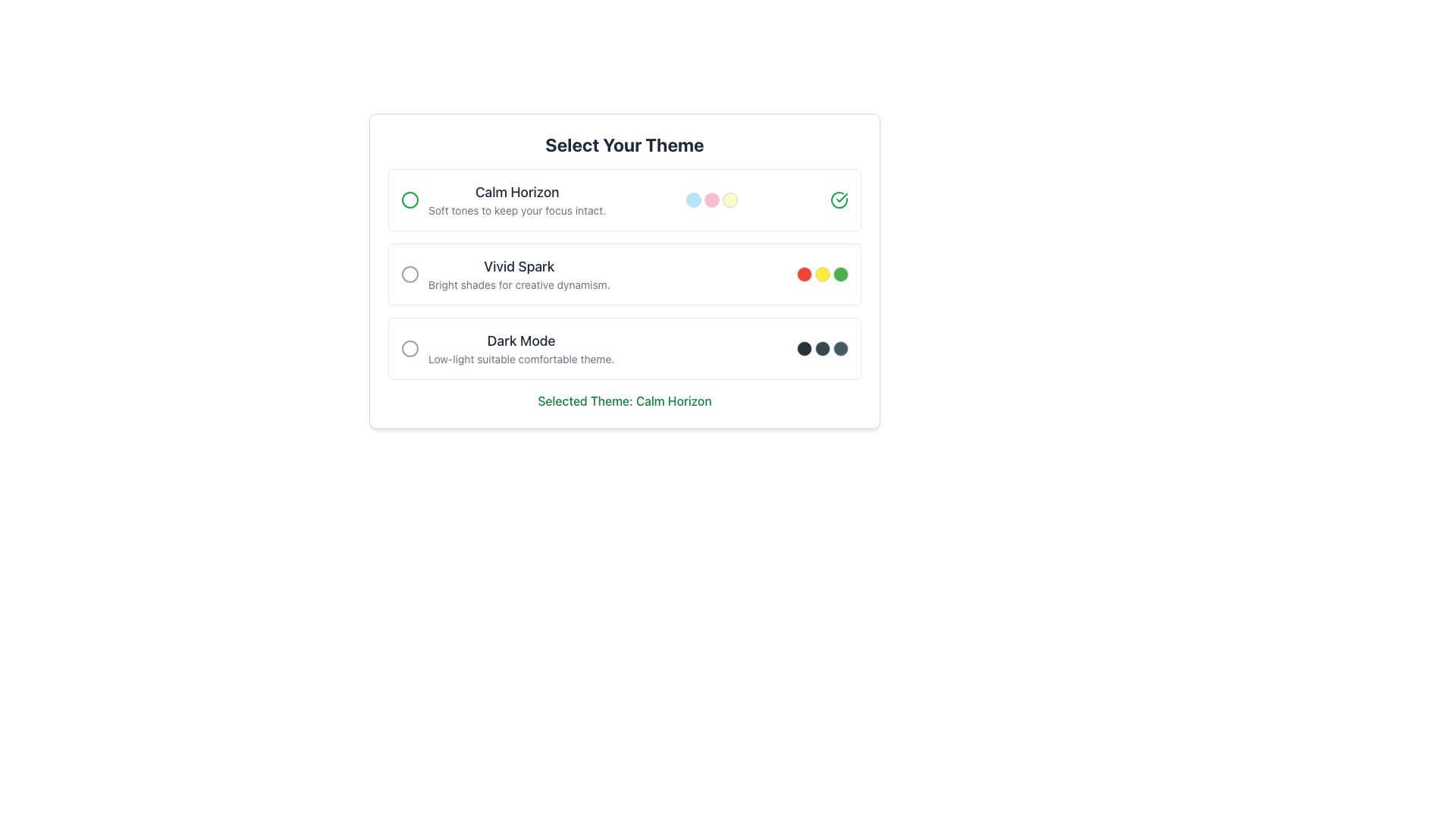 This screenshot has height=819, width=1456. I want to click on the yellow circular color indicator, which is the second in a group of three circles aligned to the right of the text 'Vivid Spark', so click(821, 275).